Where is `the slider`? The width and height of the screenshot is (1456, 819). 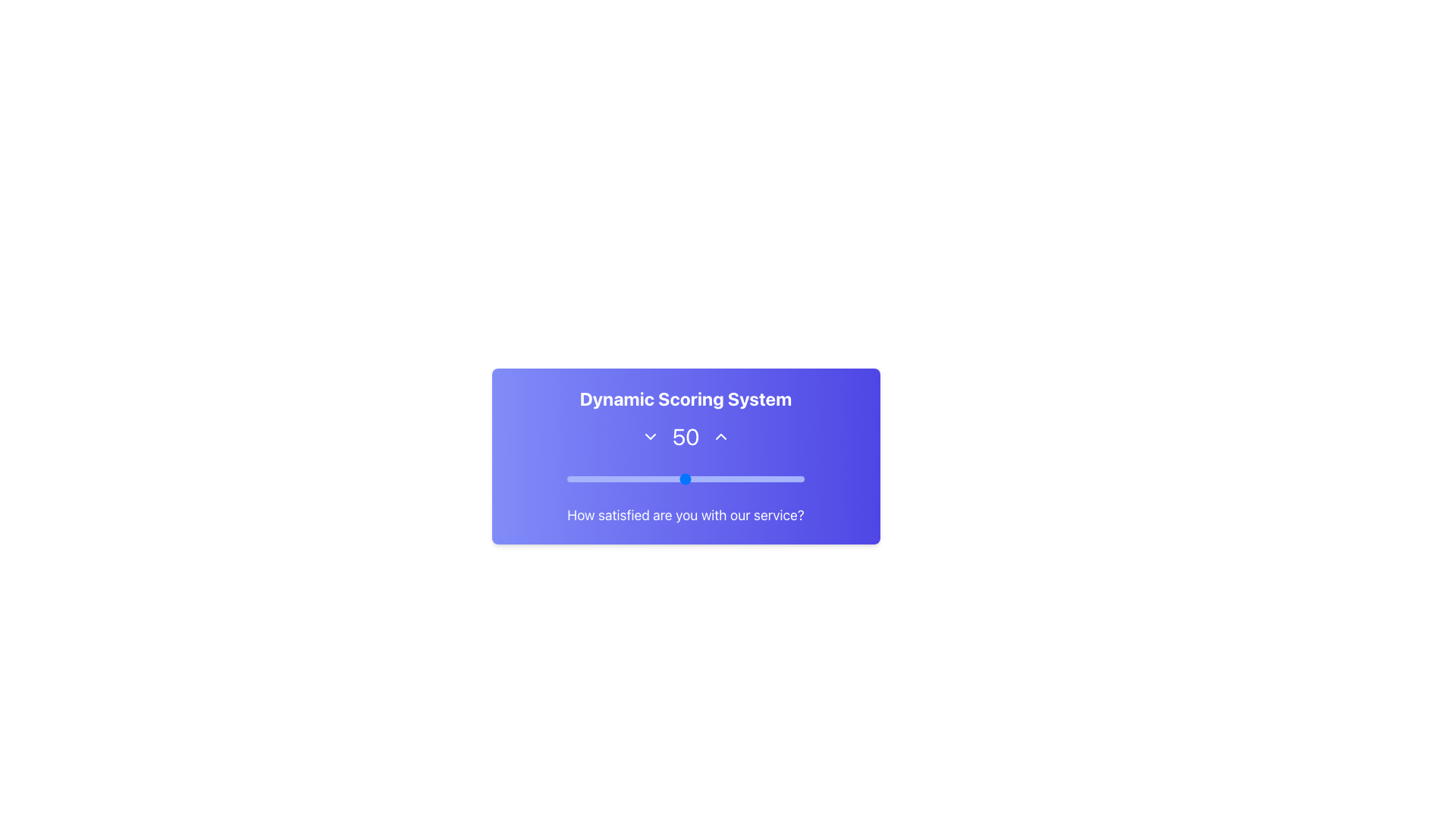
the slider is located at coordinates (597, 475).